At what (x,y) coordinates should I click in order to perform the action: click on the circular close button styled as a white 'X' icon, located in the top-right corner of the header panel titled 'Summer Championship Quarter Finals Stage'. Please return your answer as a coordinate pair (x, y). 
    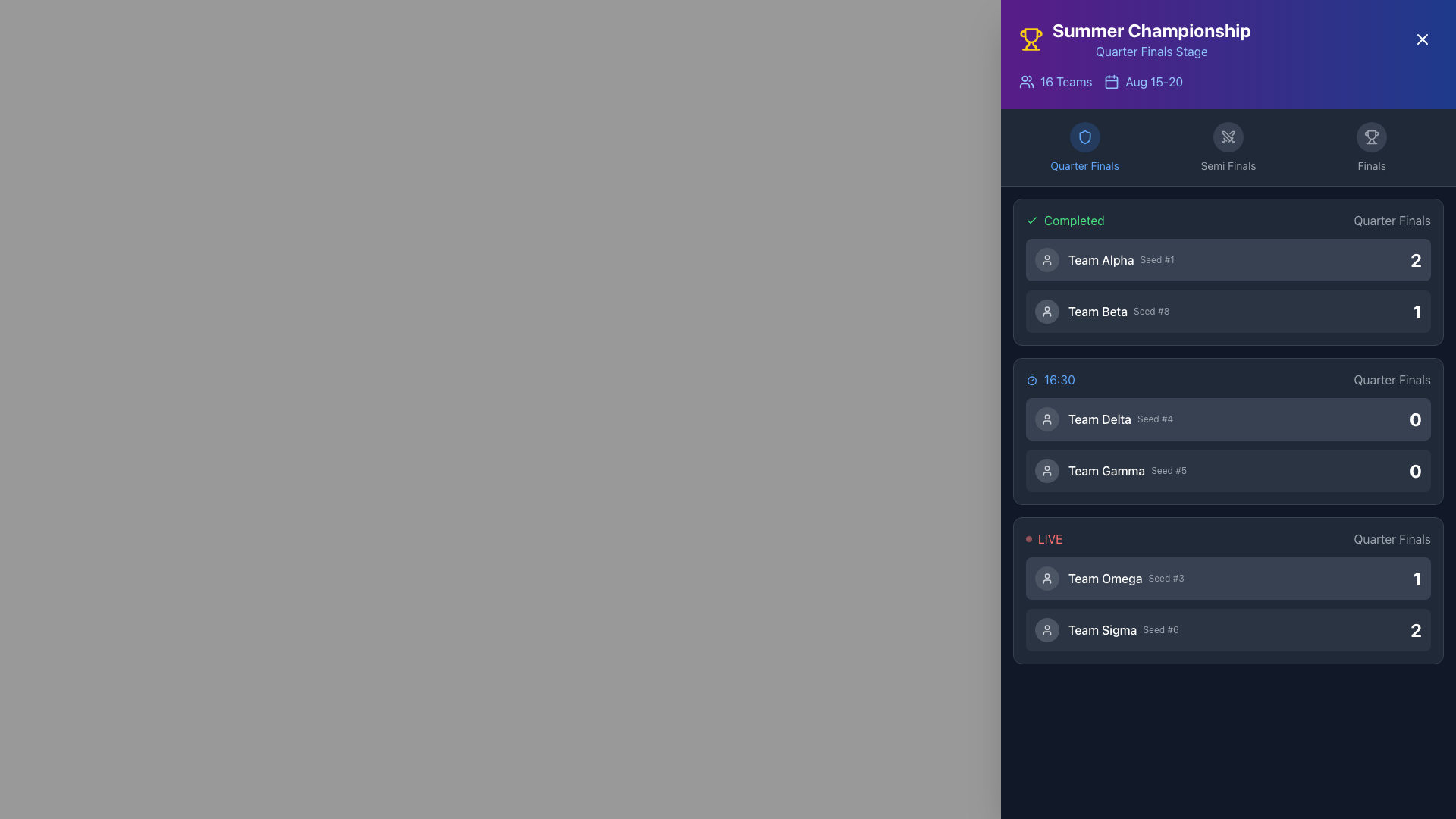
    Looking at the image, I should click on (1422, 38).